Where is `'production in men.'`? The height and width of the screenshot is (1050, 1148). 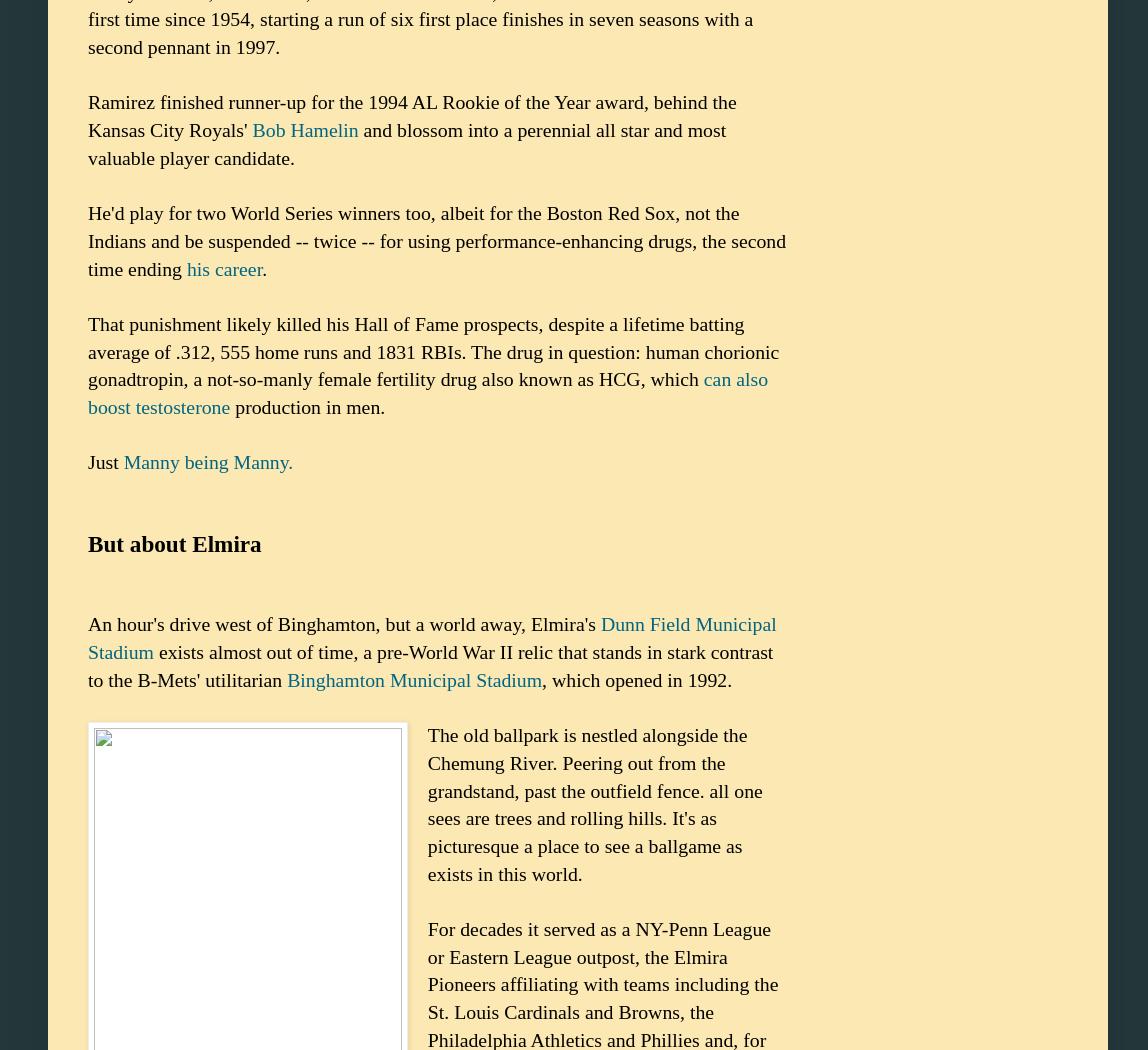 'production in men.' is located at coordinates (307, 406).